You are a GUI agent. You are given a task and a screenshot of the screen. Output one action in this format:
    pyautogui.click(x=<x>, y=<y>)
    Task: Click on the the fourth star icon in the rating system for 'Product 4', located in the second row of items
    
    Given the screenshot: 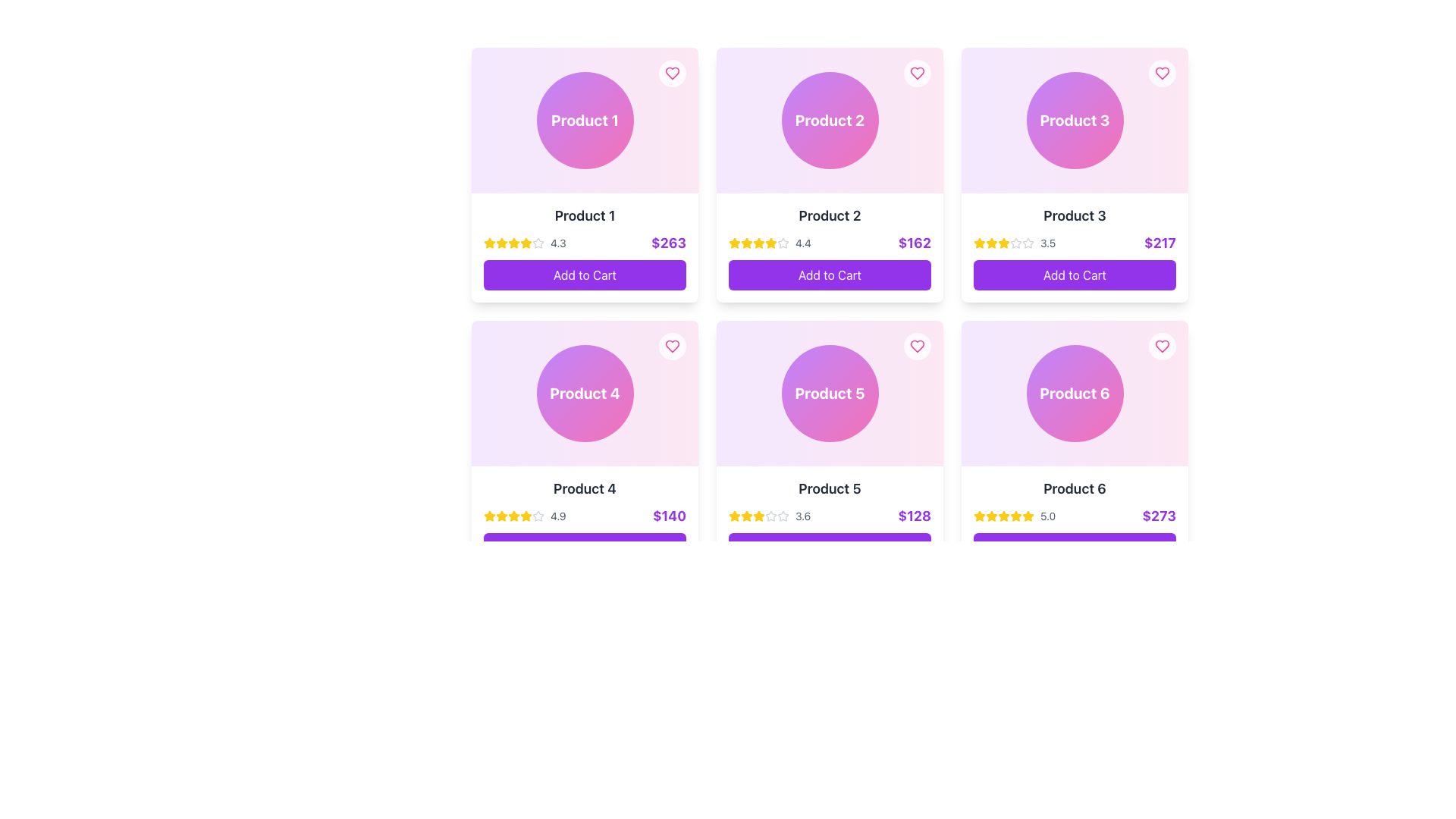 What is the action you would take?
    pyautogui.click(x=513, y=516)
    